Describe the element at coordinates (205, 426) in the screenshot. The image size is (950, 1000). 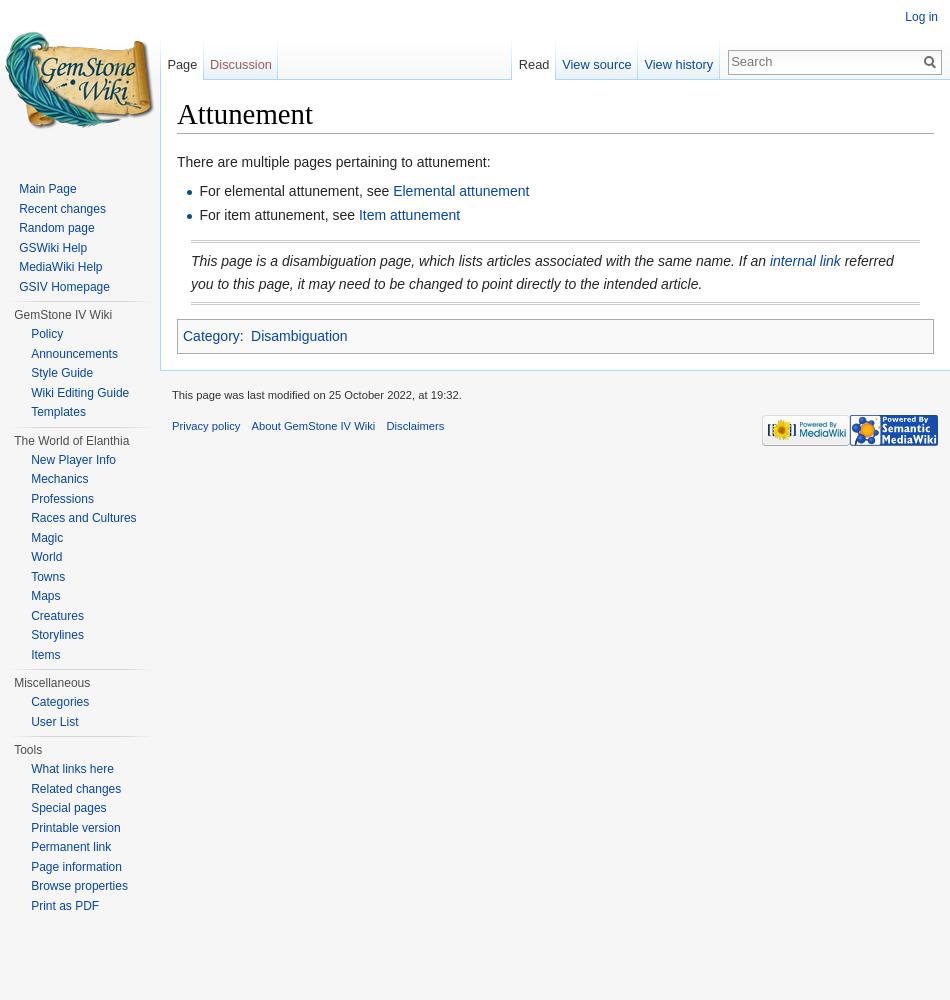
I see `'Privacy policy'` at that location.